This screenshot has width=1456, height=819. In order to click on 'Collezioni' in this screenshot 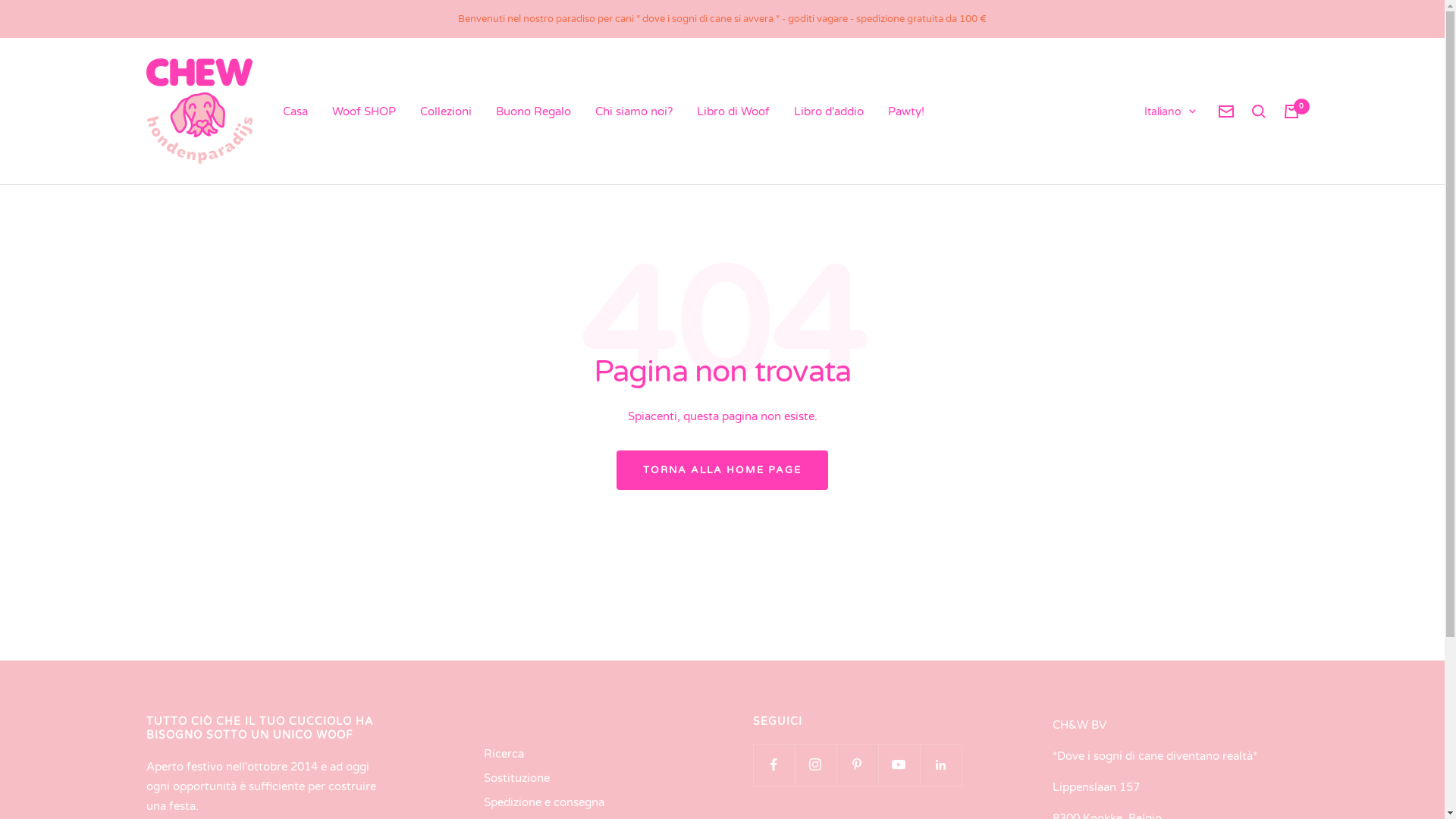, I will do `click(419, 110)`.